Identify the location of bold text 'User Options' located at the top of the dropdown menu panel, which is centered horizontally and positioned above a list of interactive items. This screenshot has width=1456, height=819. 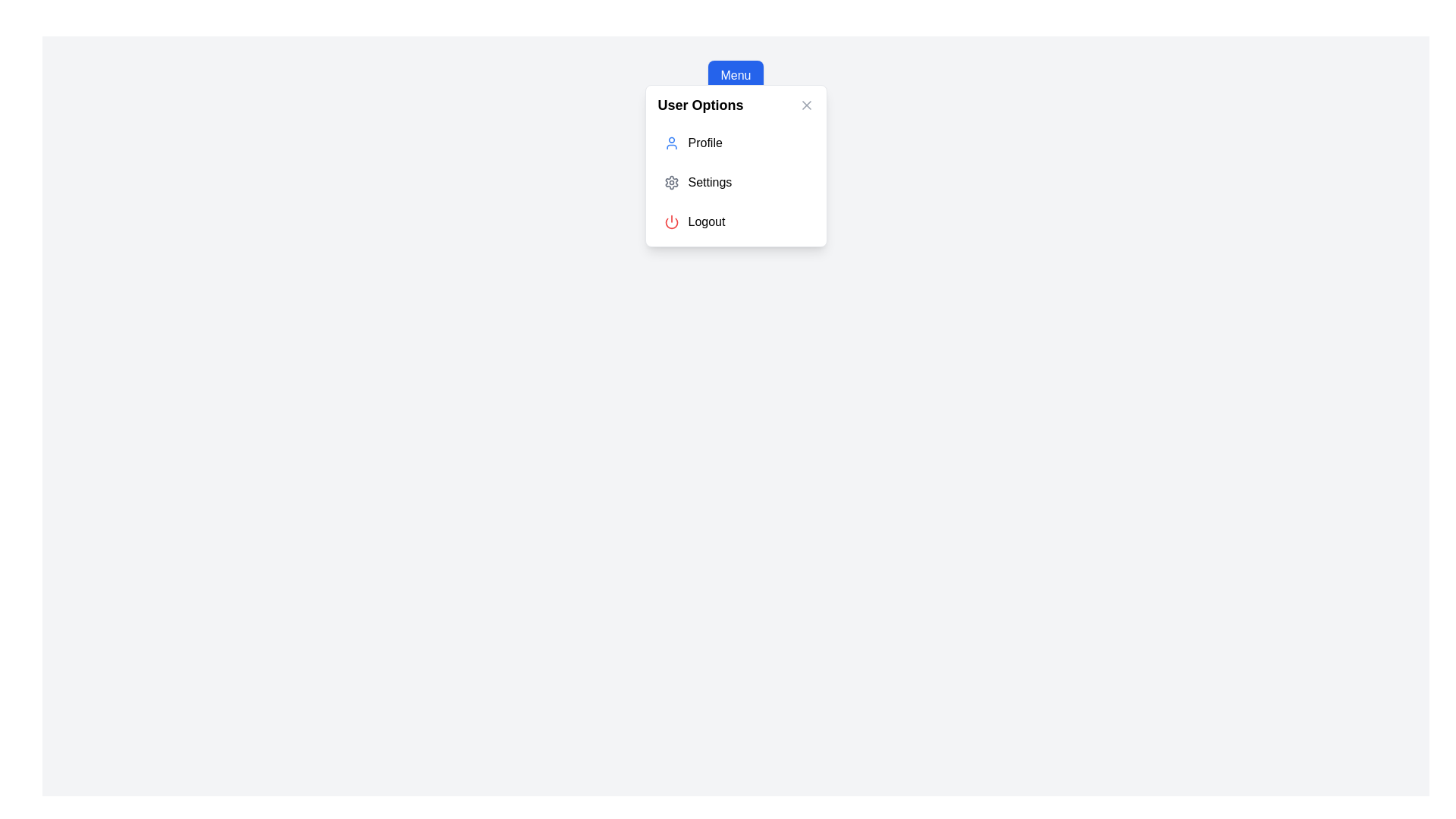
(700, 104).